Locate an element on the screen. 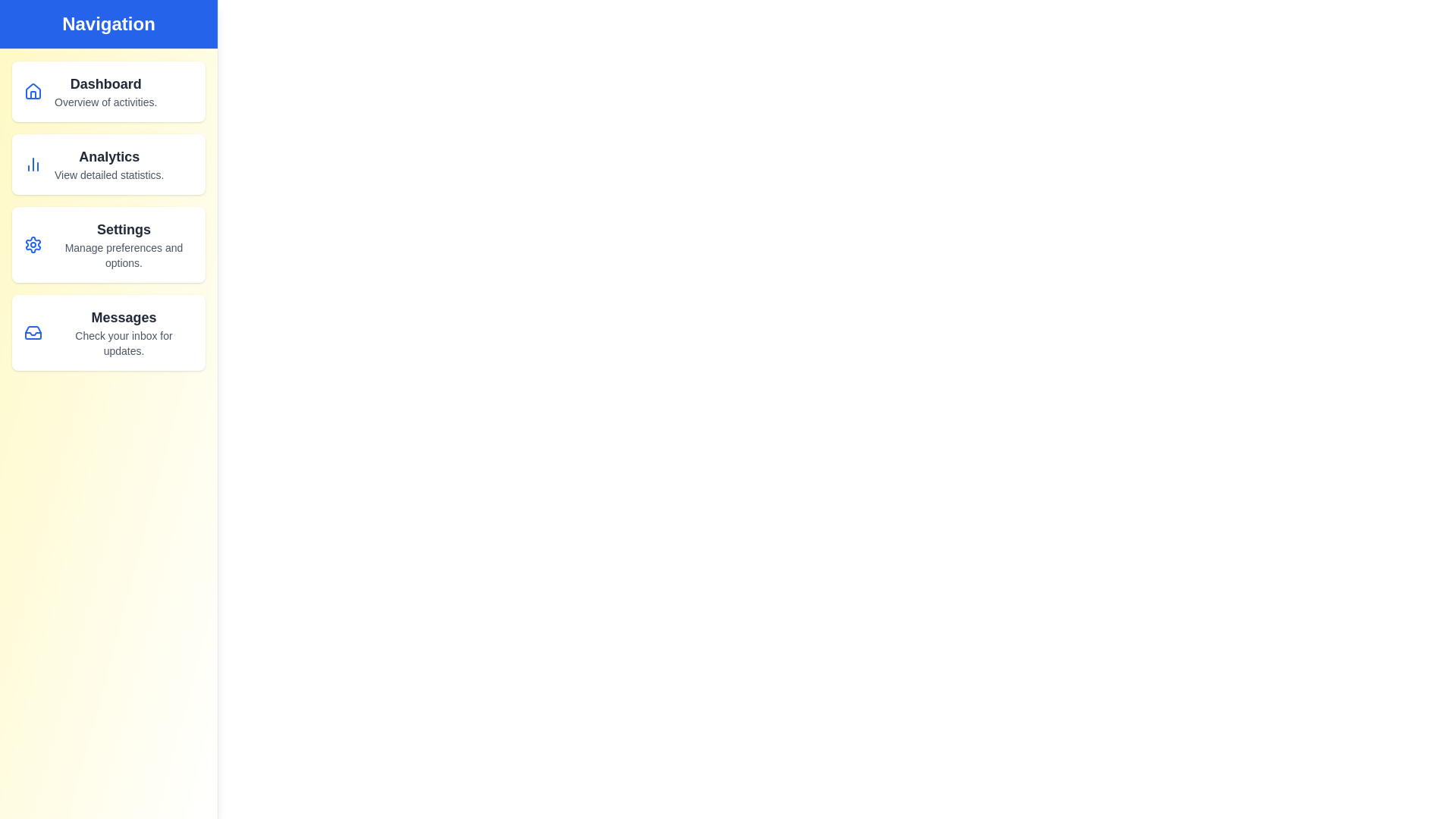 This screenshot has height=819, width=1456. the navigation item Messages is located at coordinates (108, 332).